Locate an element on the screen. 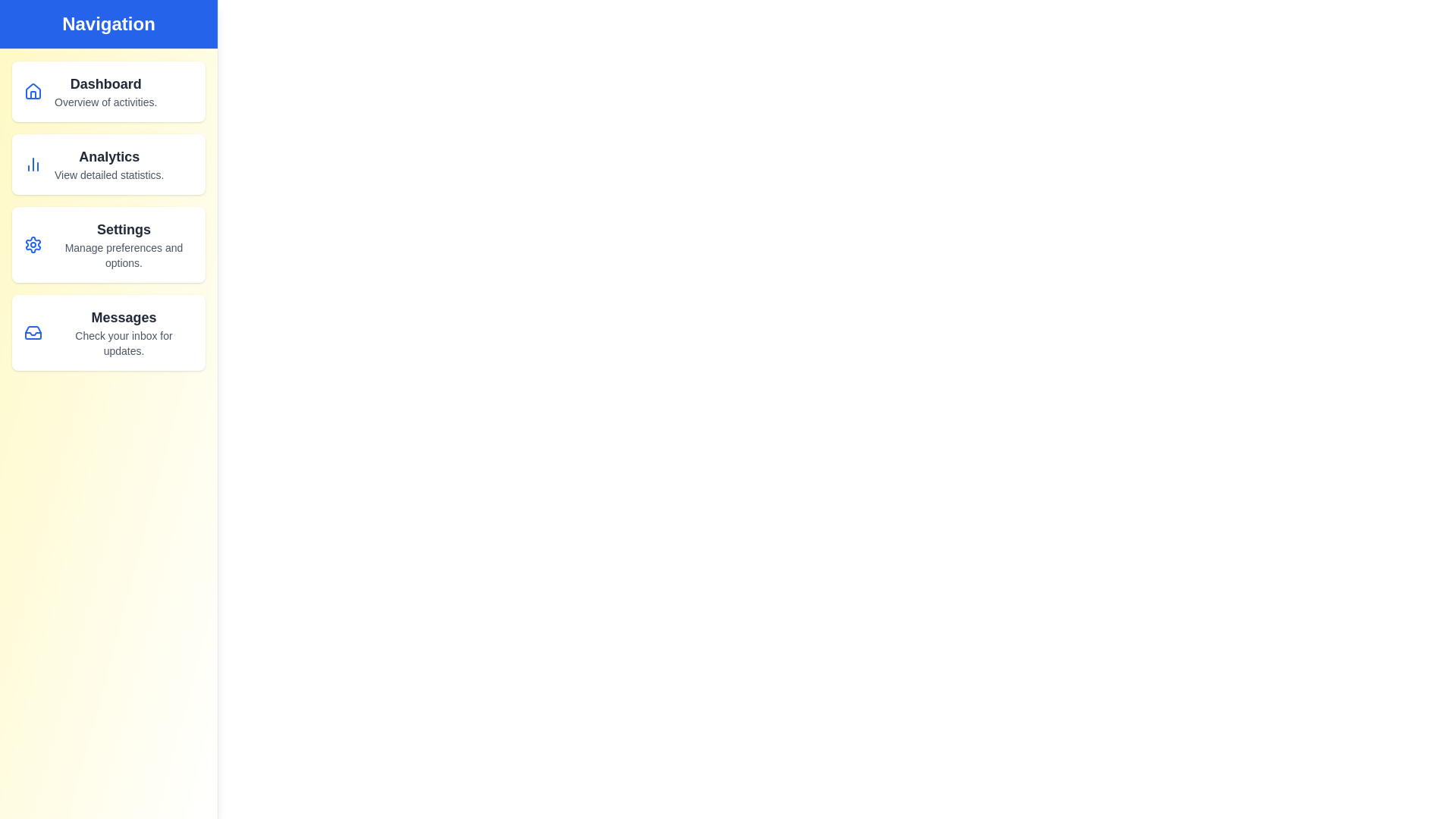 This screenshot has height=819, width=1456. the navigation item Messages is located at coordinates (108, 332).